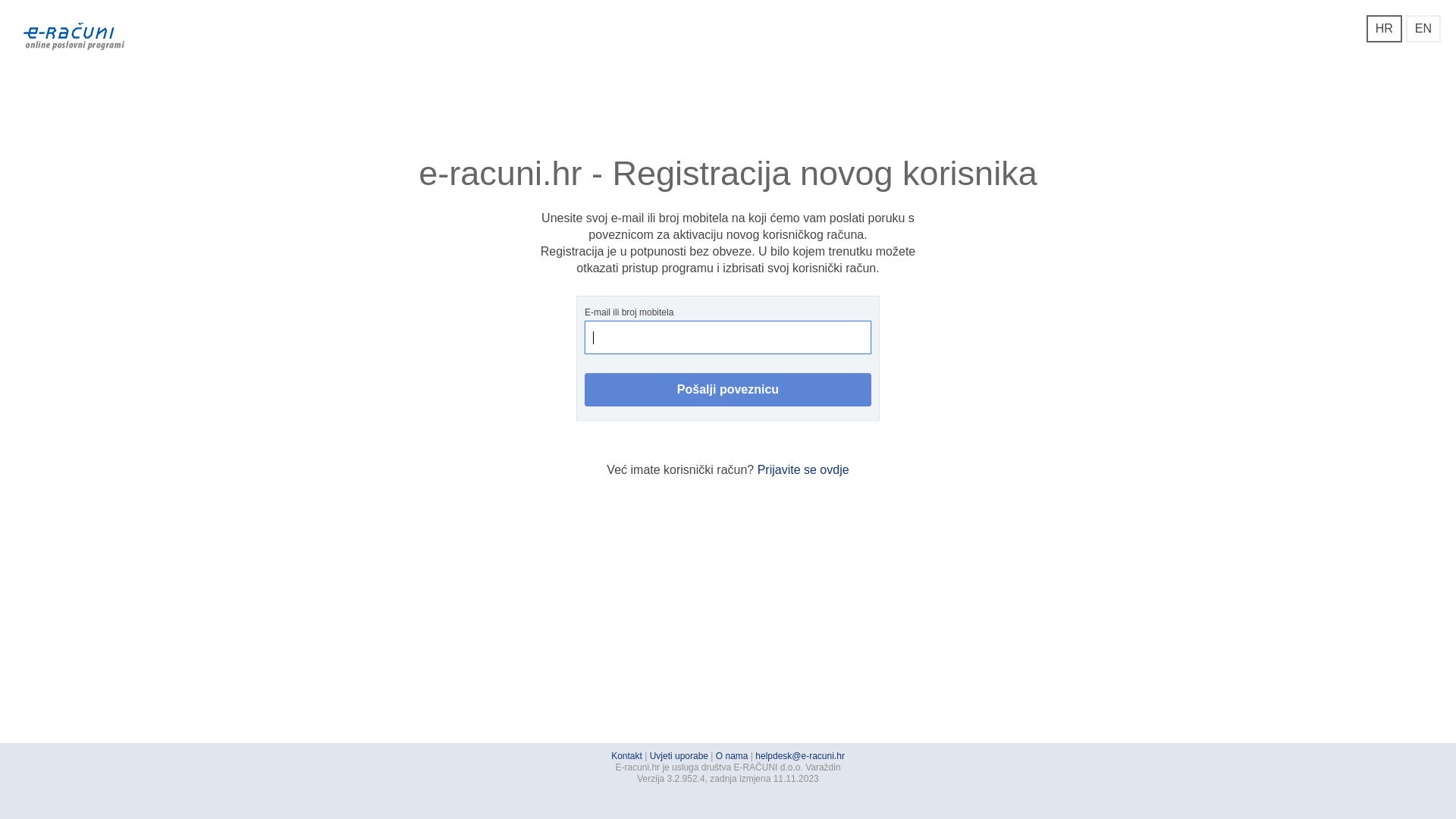  I want to click on 'Prijavite se ovdje', so click(802, 469).